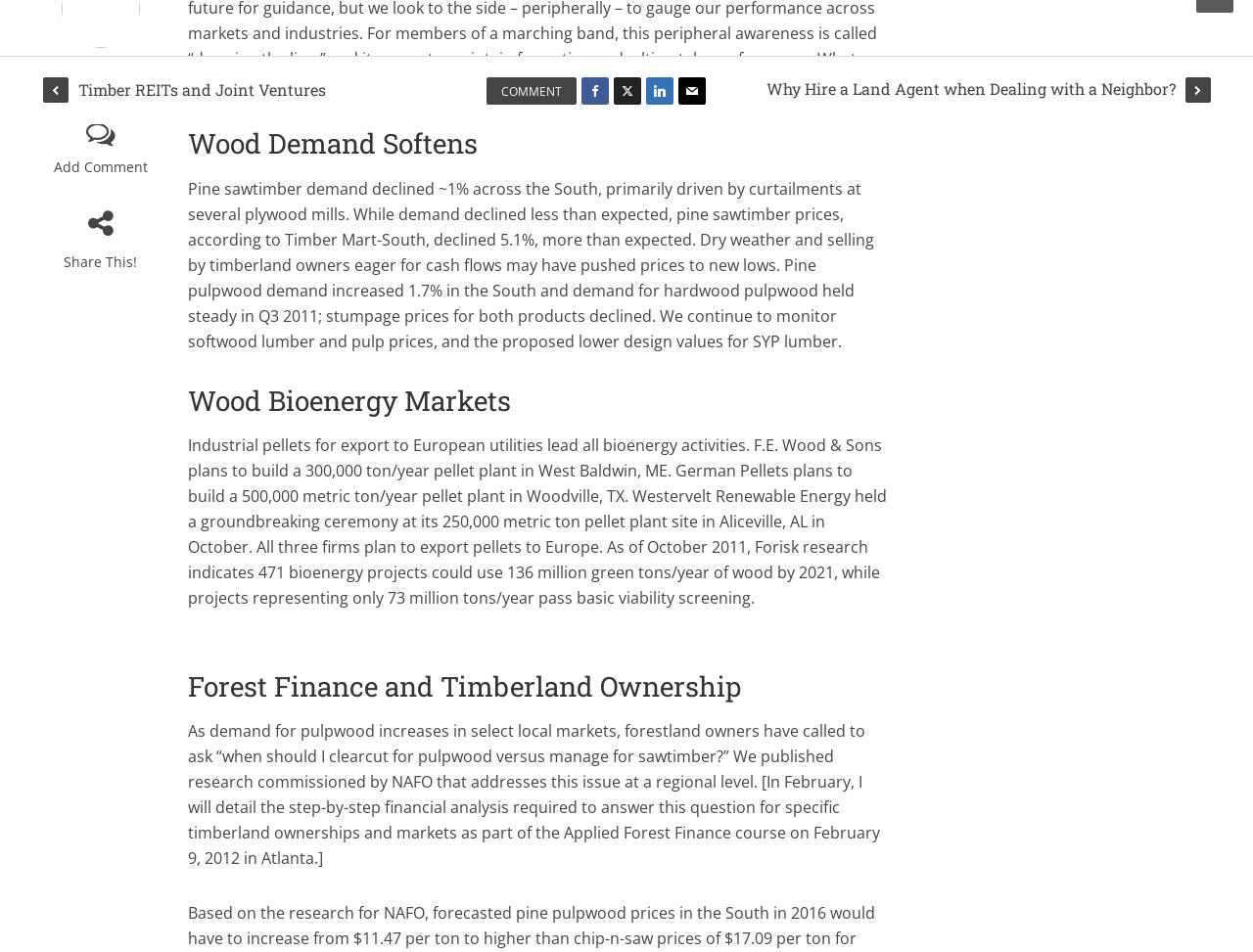 This screenshot has height=952, width=1253. What do you see at coordinates (531, 263) in the screenshot?
I see `'Pine sawtimber demand declined ~1% across the South, primarily driven by curtailments at several plywood mills. While demand declined less than expected, pine sawtimber prices, according to Timber Mart-South, declined 5.1%, more than expected. Dry weather and selling by timberland owners eager for cash flows may have pushed prices to new lows. Pine pulpwood demand increased 1.7% in the South and demand for hardwood pulpwood held steady in Q3 2011; stumpage prices for both products declined. We continue to monitor softwood lumber and pulp prices, and the proposed lower design values for SYP lumber.'` at bounding box center [531, 263].